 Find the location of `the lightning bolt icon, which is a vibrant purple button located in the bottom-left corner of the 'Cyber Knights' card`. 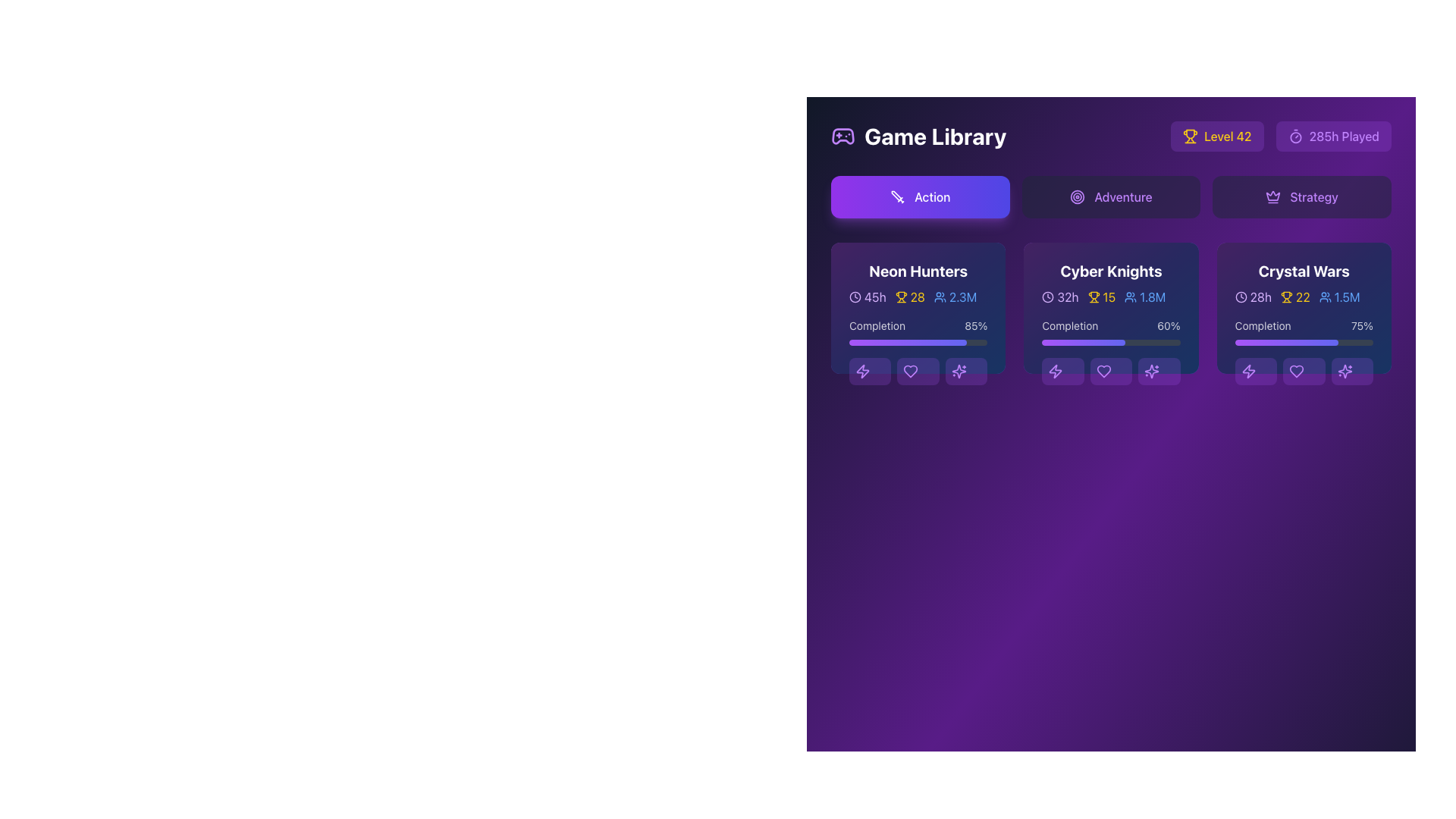

the lightning bolt icon, which is a vibrant purple button located in the bottom-left corner of the 'Cyber Knights' card is located at coordinates (1055, 371).